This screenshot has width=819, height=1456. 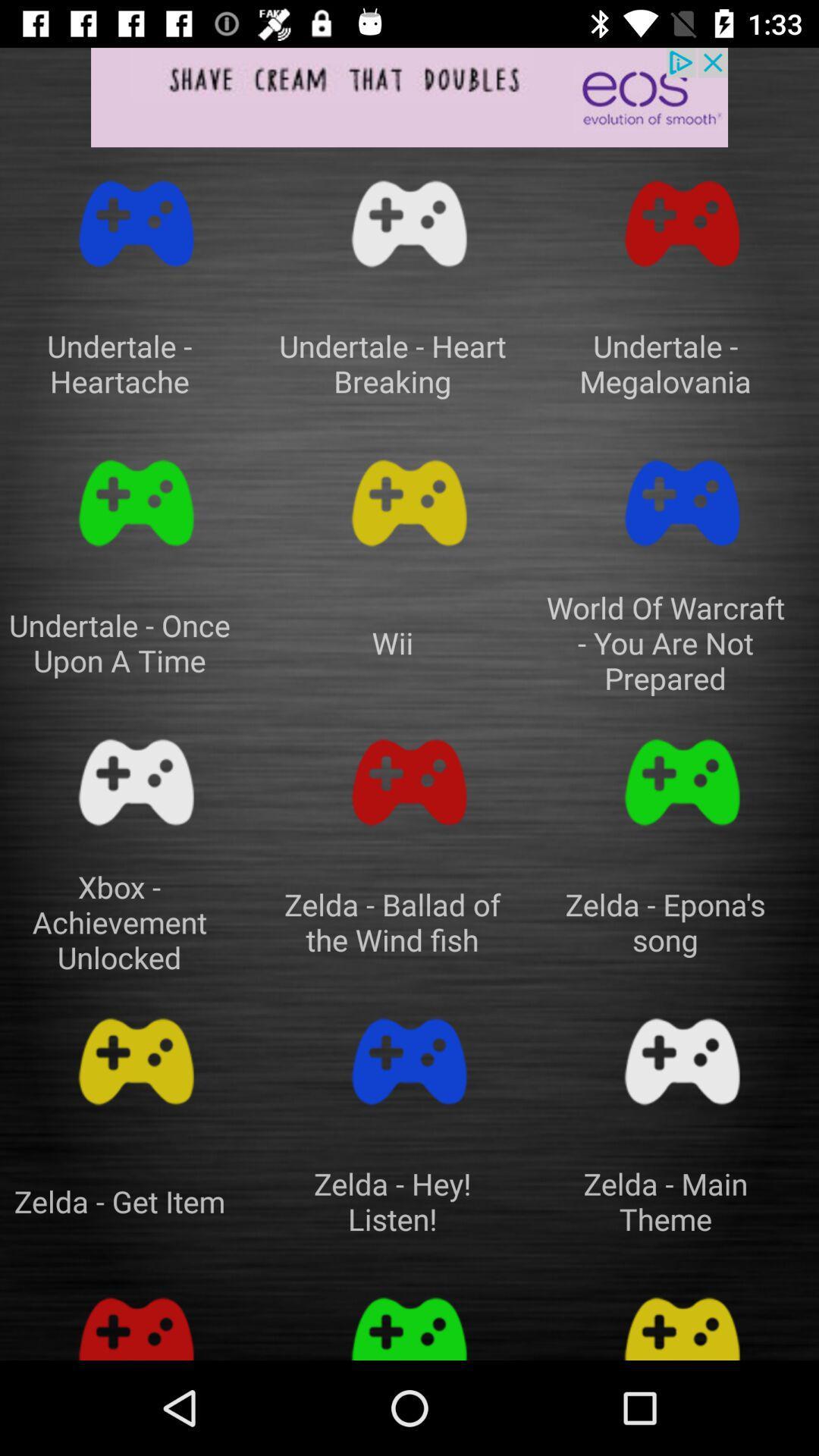 I want to click on games, so click(x=681, y=783).